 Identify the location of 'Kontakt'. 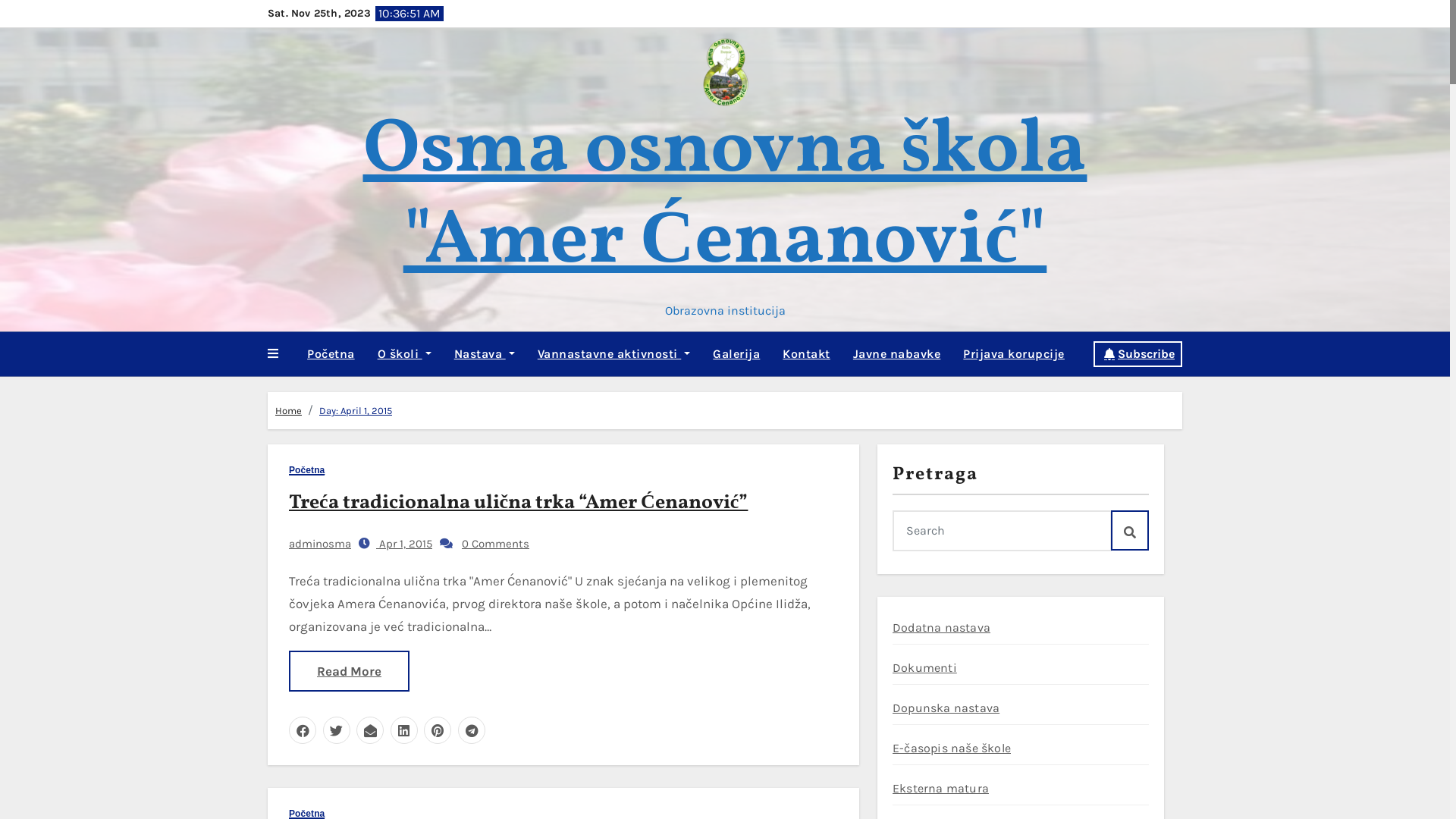
(805, 353).